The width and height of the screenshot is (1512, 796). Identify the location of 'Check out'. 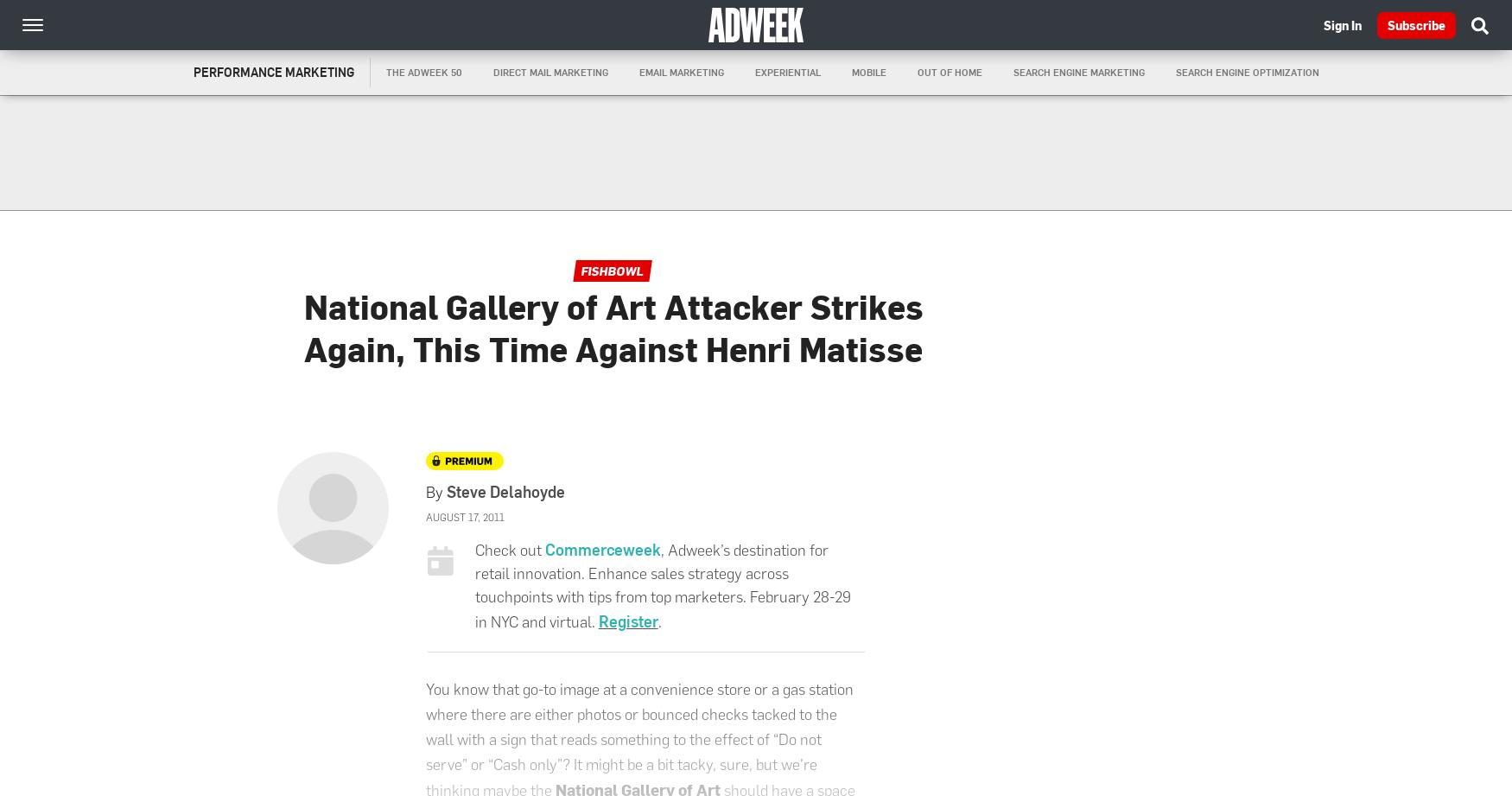
(473, 550).